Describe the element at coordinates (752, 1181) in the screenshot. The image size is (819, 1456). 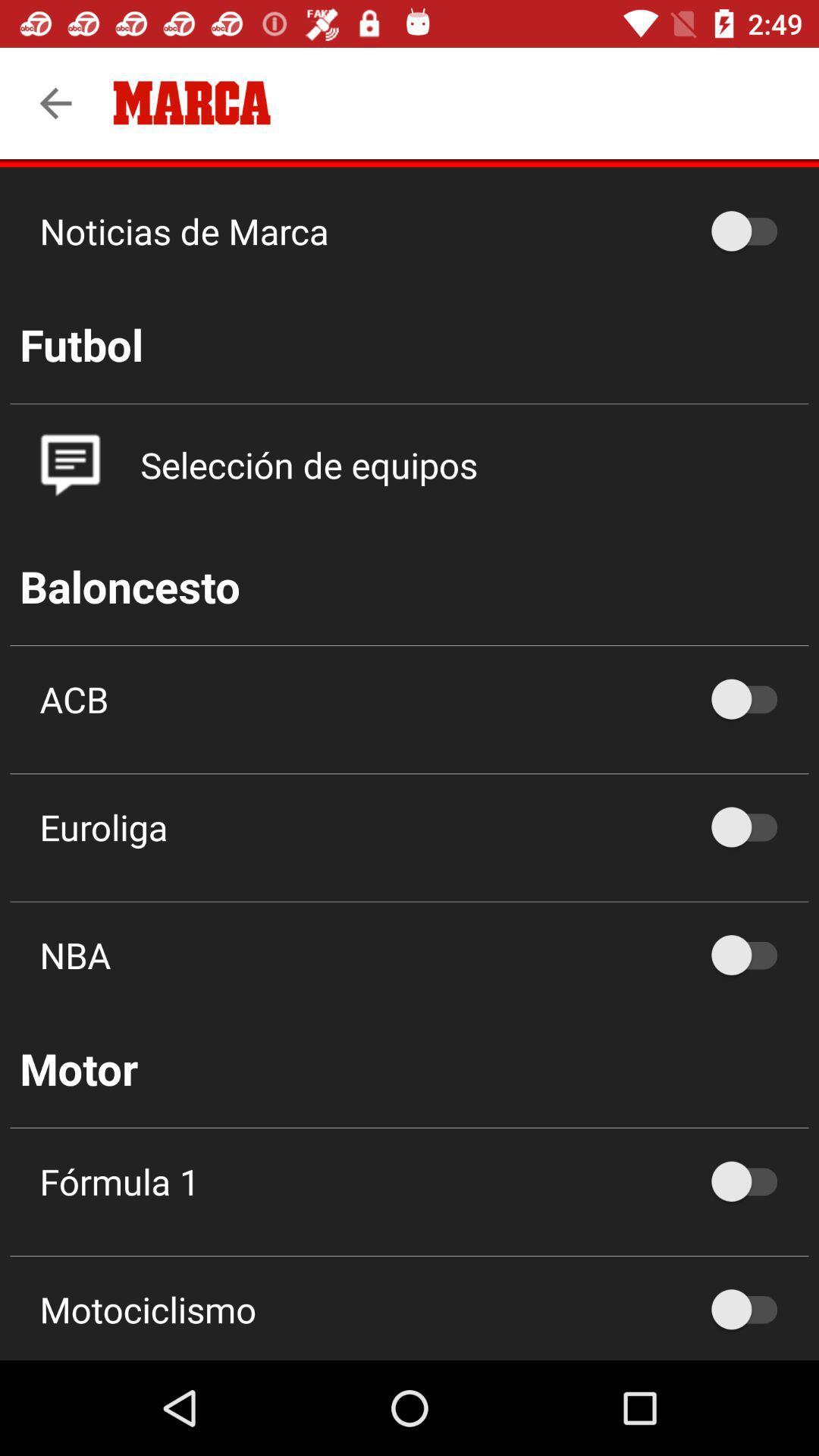
I see `formula one on off` at that location.